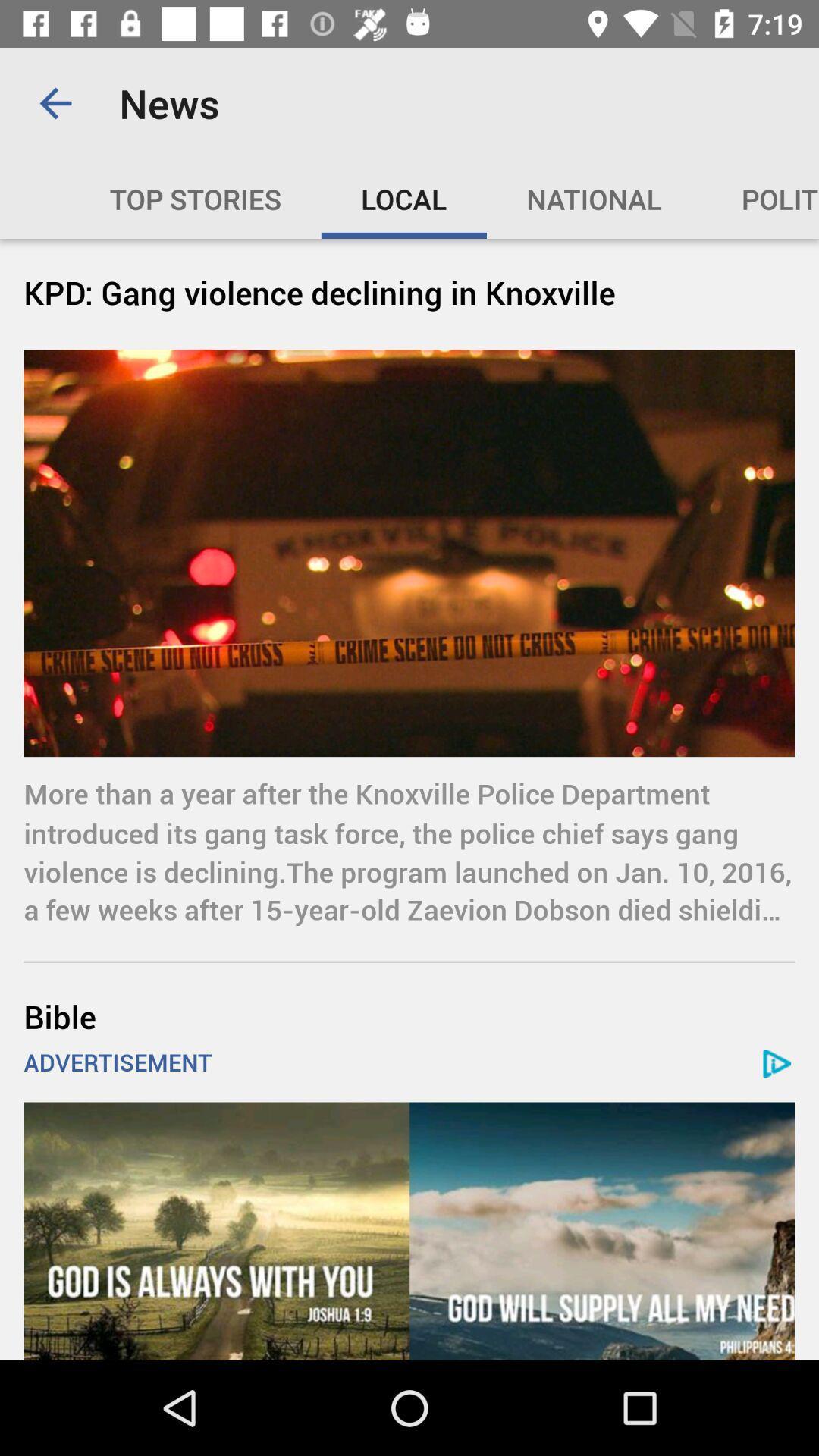  I want to click on bible, so click(409, 1016).